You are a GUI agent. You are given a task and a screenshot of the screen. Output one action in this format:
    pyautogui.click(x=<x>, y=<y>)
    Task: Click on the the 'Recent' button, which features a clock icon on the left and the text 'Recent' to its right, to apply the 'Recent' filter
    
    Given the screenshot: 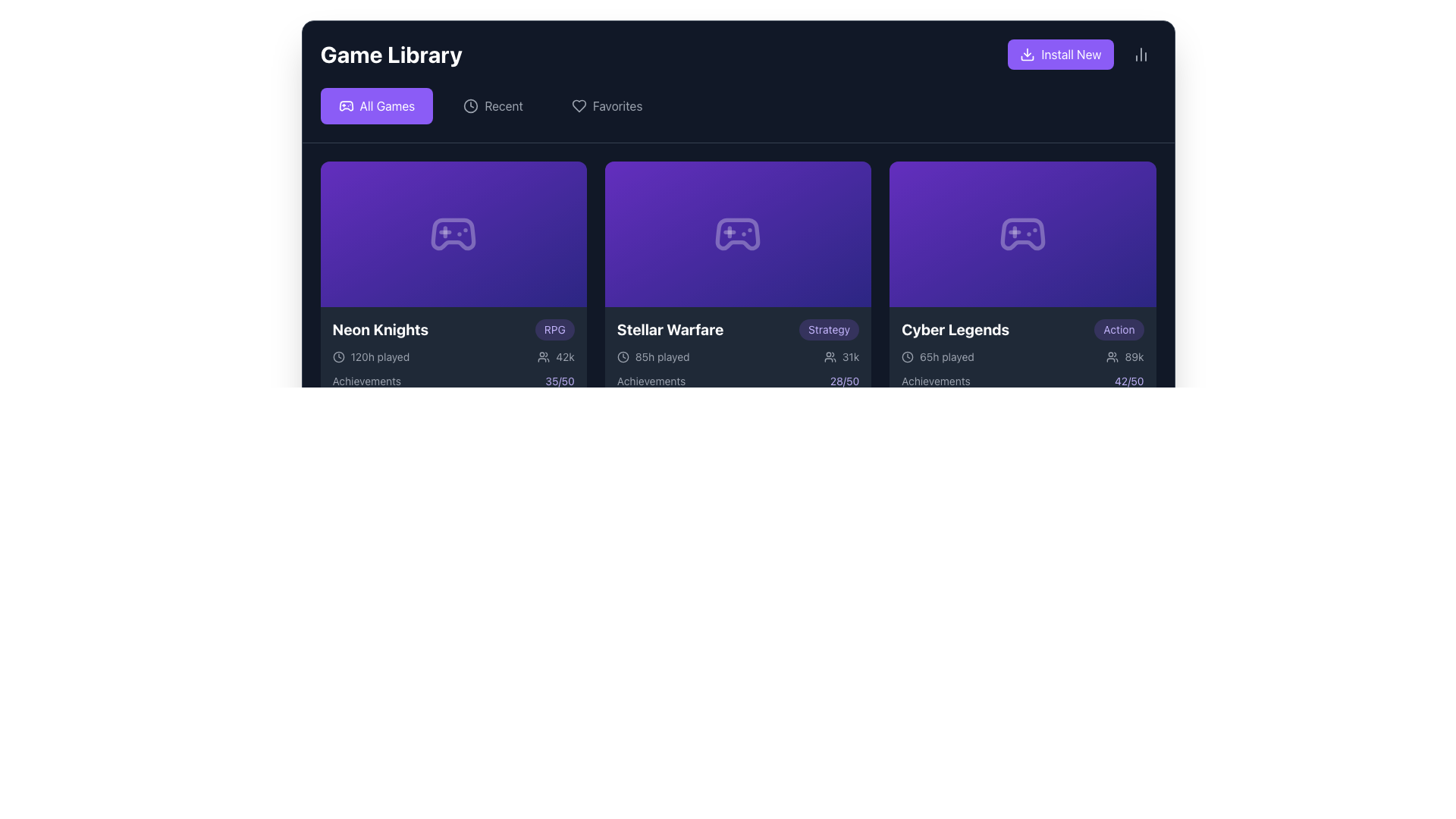 What is the action you would take?
    pyautogui.click(x=493, y=105)
    